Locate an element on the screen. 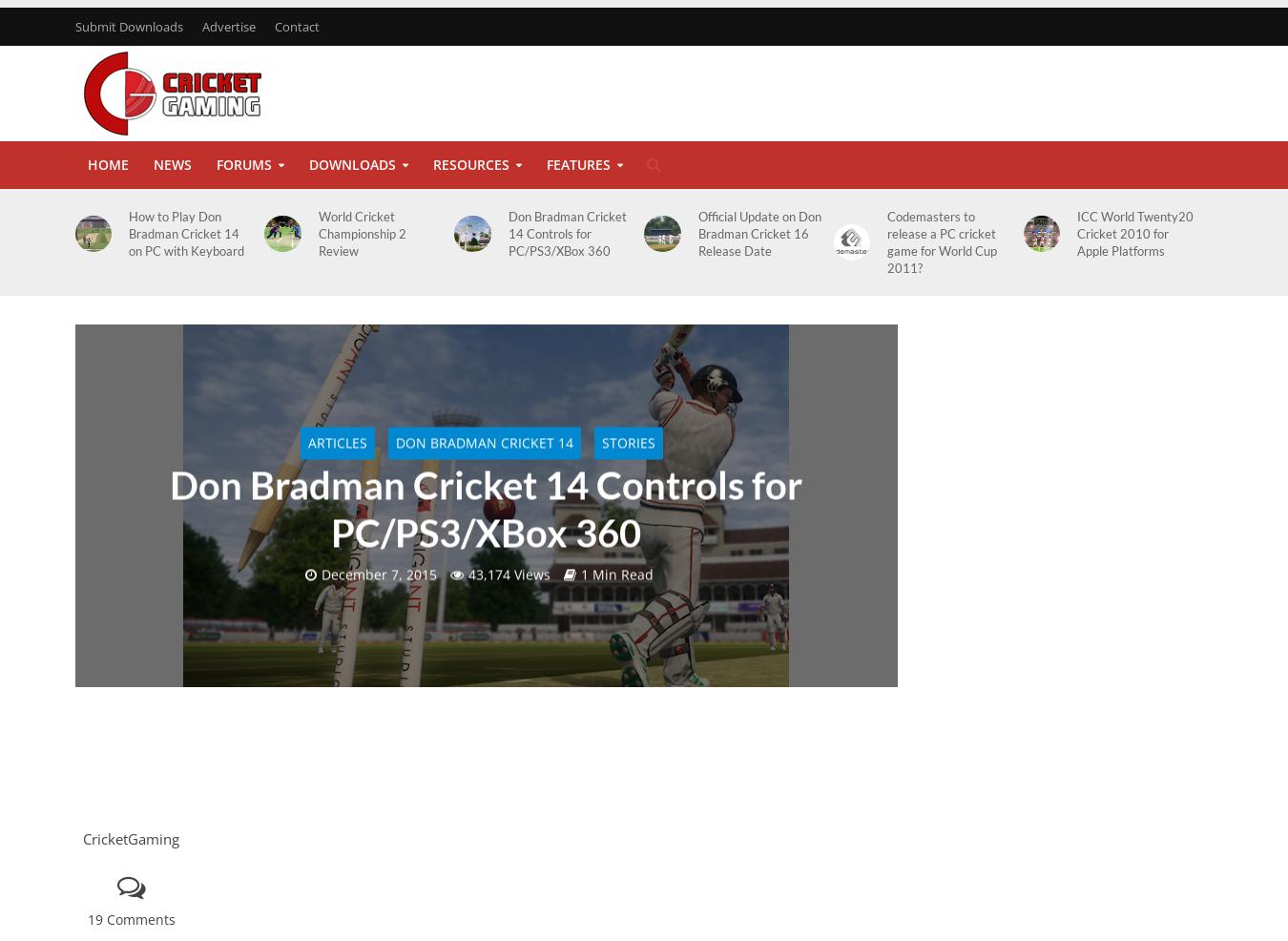 This screenshot has width=1288, height=941. 'Don Bradman Cricket 14' is located at coordinates (395, 442).